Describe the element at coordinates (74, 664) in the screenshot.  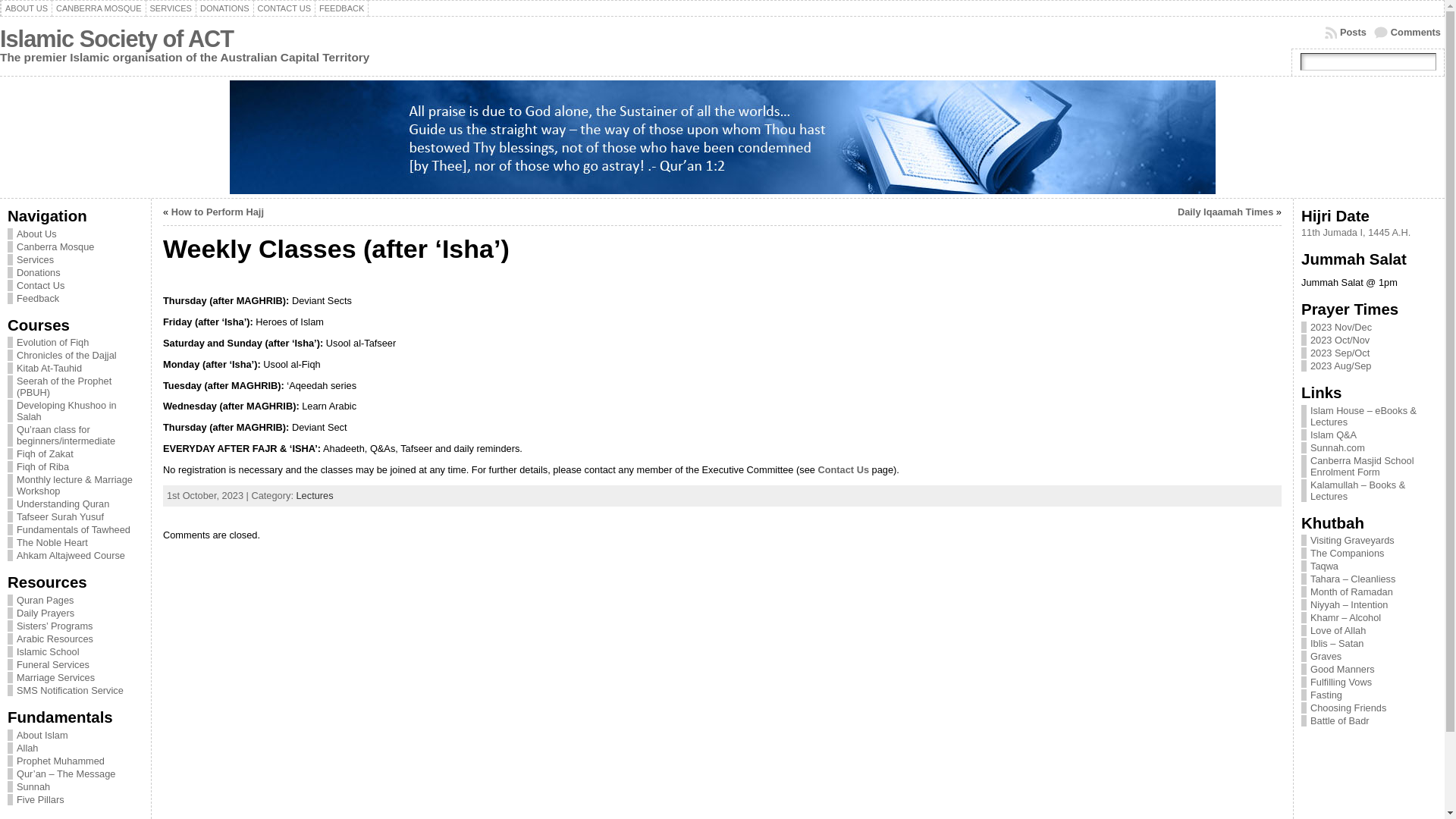
I see `'Funeral Services'` at that location.